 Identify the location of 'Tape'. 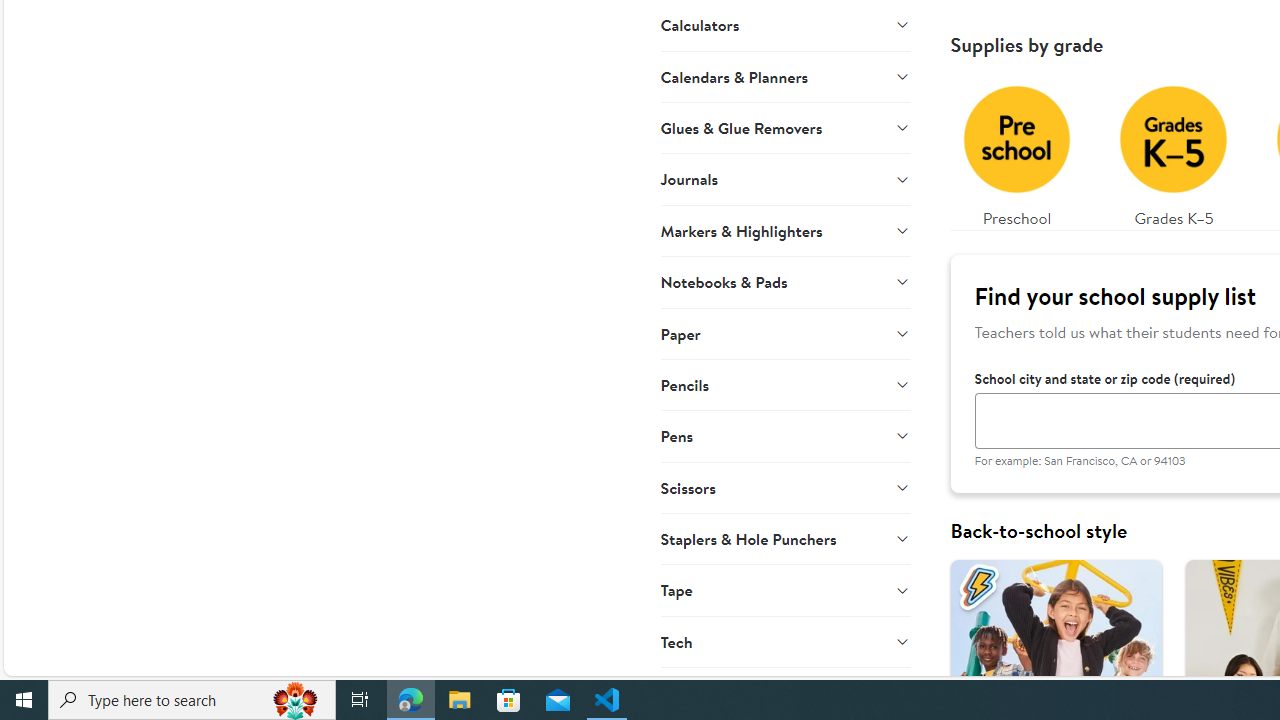
(784, 589).